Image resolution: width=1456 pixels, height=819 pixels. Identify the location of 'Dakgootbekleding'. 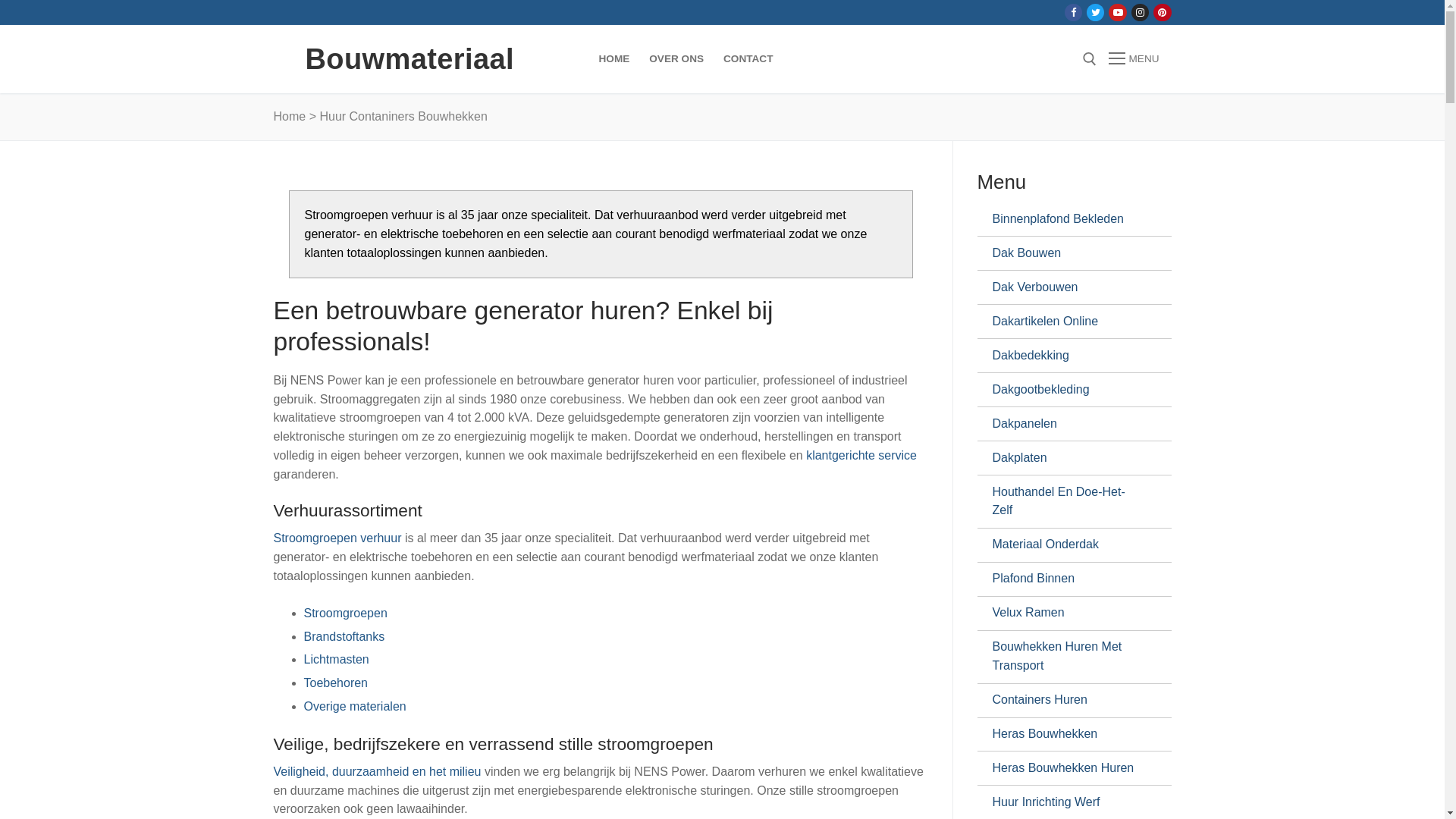
(1066, 388).